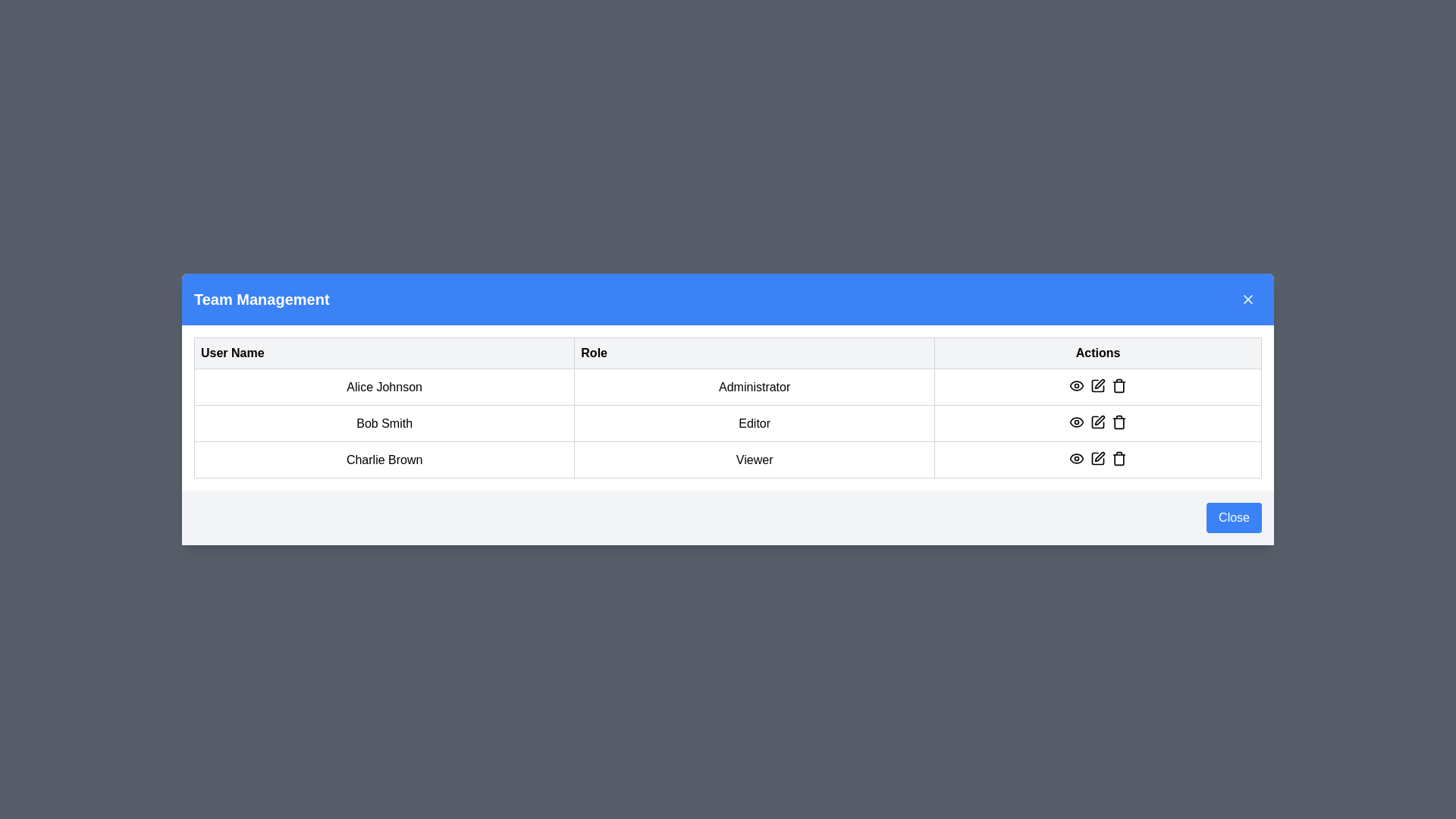 This screenshot has width=1456, height=819. What do you see at coordinates (1076, 385) in the screenshot?
I see `the icon representing the view or visibility action located in the first row of the 'Actions' column` at bounding box center [1076, 385].